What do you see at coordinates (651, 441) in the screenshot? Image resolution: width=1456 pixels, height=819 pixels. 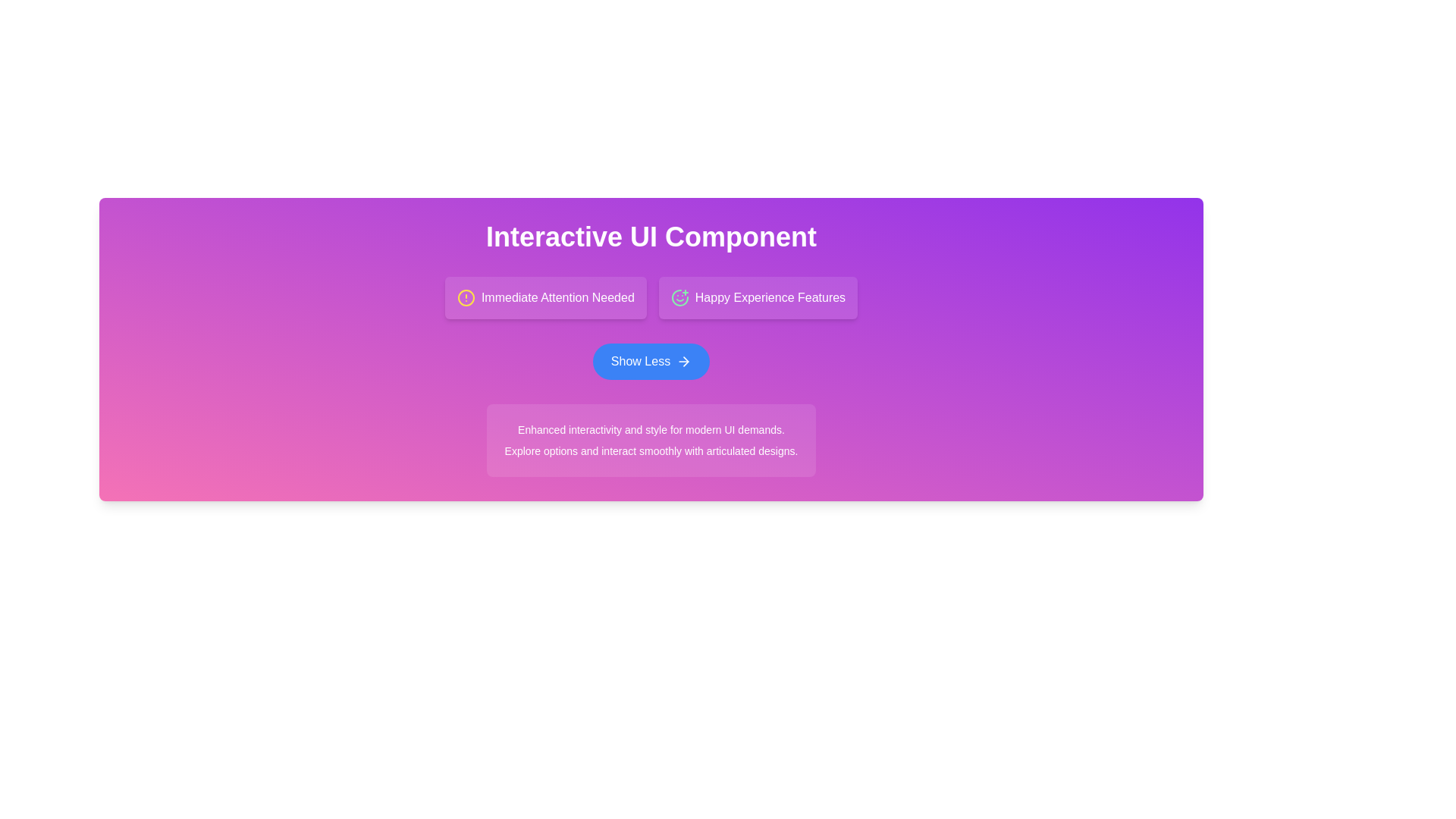 I see `informational text block located beneath the 'Show Less' button, which provides content about enhanced interactivity and style options for the user interface` at bounding box center [651, 441].